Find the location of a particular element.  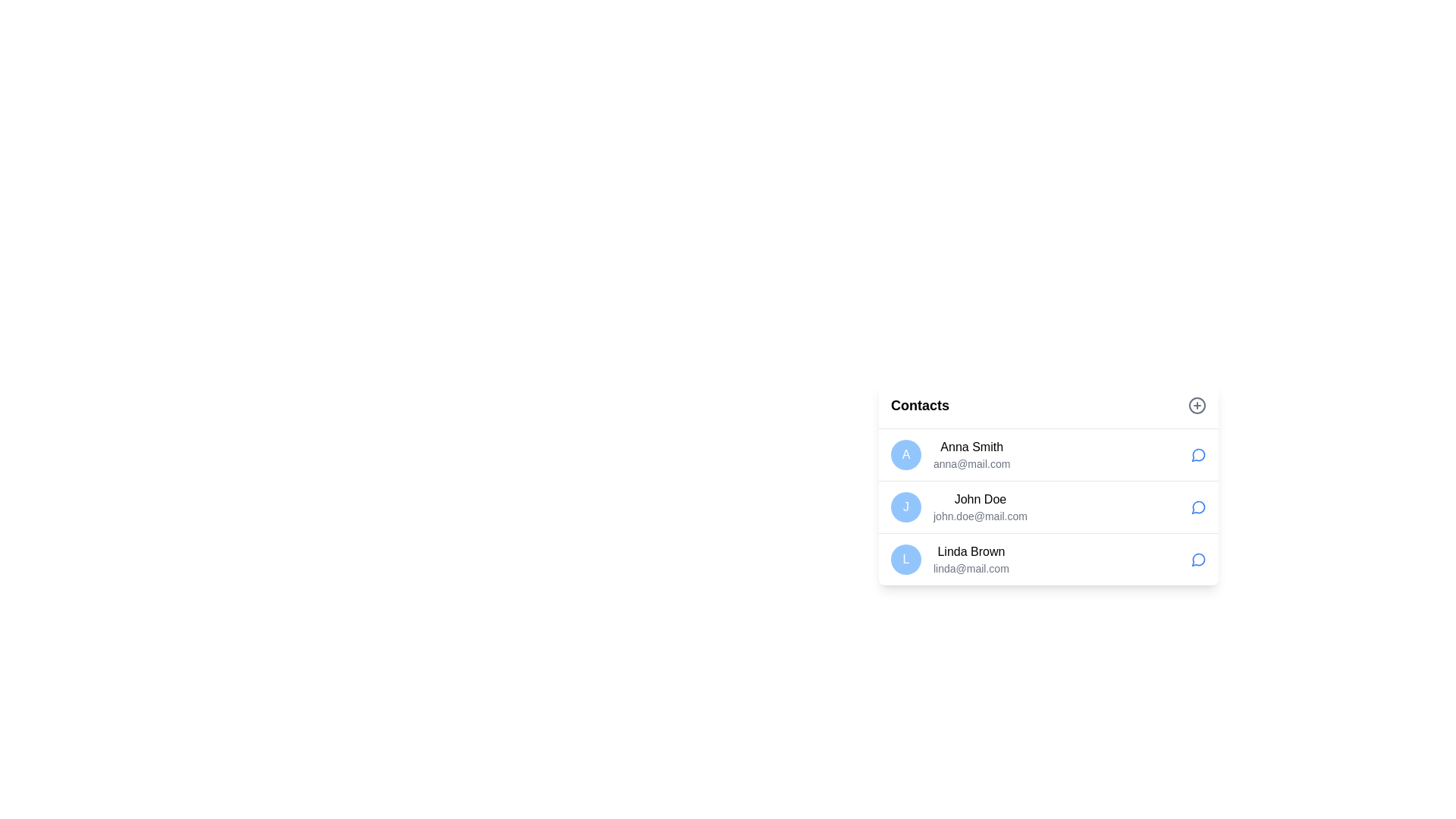

the contact item for 'John Doe' which is the second item in the contacts list, featuring a circular avatar with a blue background and the letter 'J', along with the name 'John Doe' and email 'john.doe@mail.com' is located at coordinates (1047, 506).